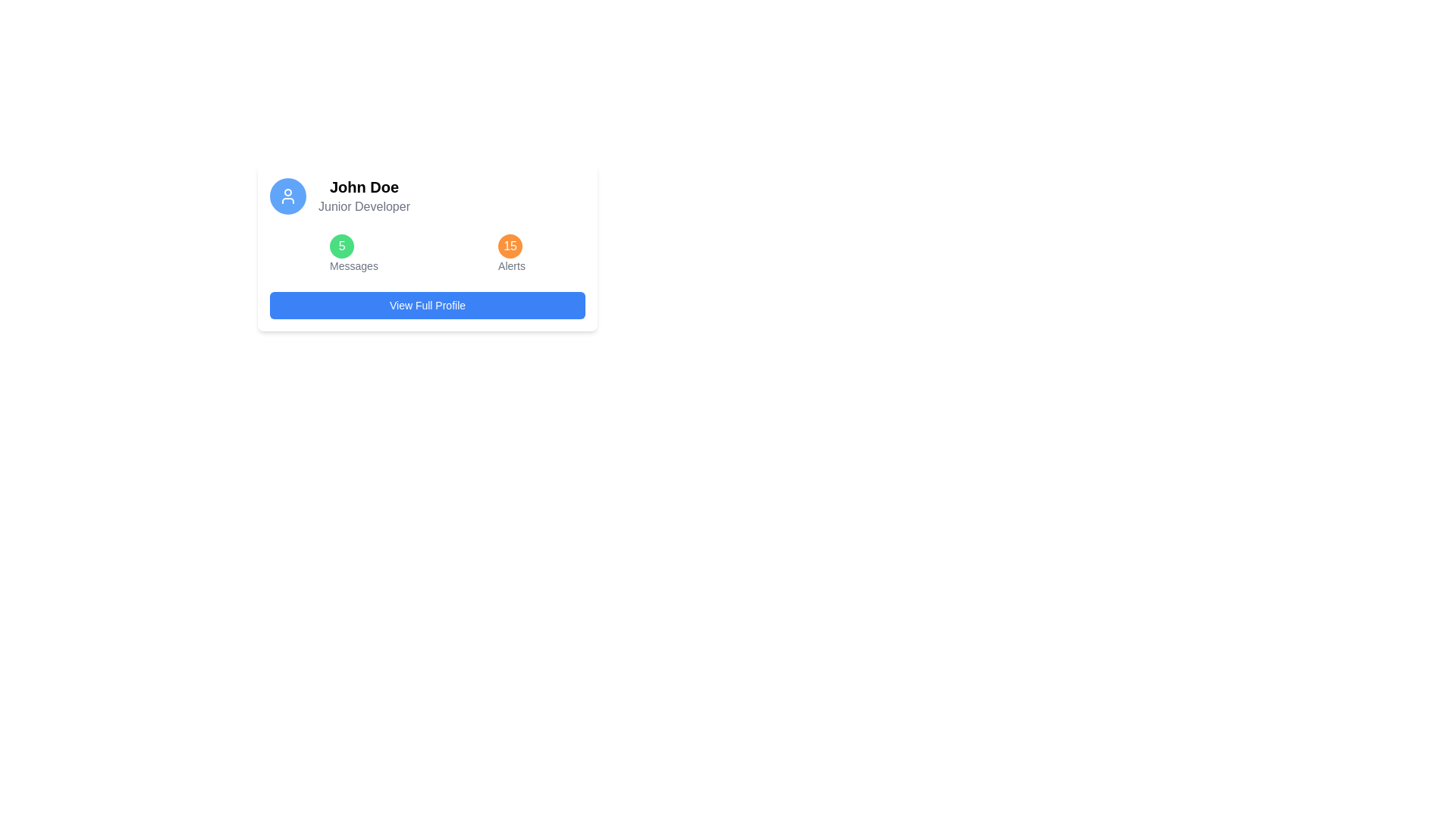 The width and height of the screenshot is (1456, 819). What do you see at coordinates (364, 186) in the screenshot?
I see `the text label displaying 'John Doe', which is styled in bold and larger font, located above the subtitle 'Junior Developer' within the card layout` at bounding box center [364, 186].